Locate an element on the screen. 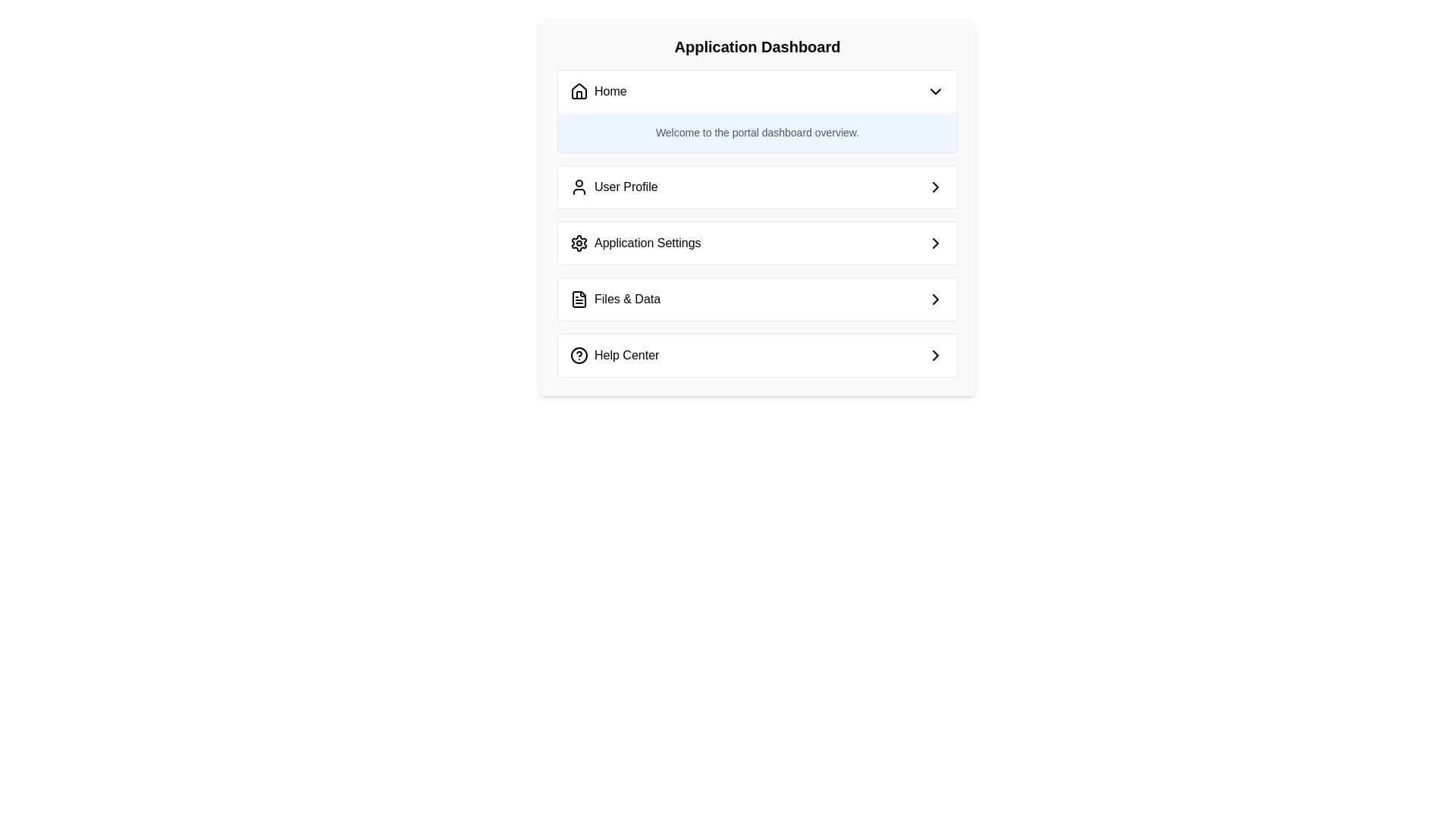 The image size is (1456, 819). the 'Home' label with the house icon is located at coordinates (598, 91).